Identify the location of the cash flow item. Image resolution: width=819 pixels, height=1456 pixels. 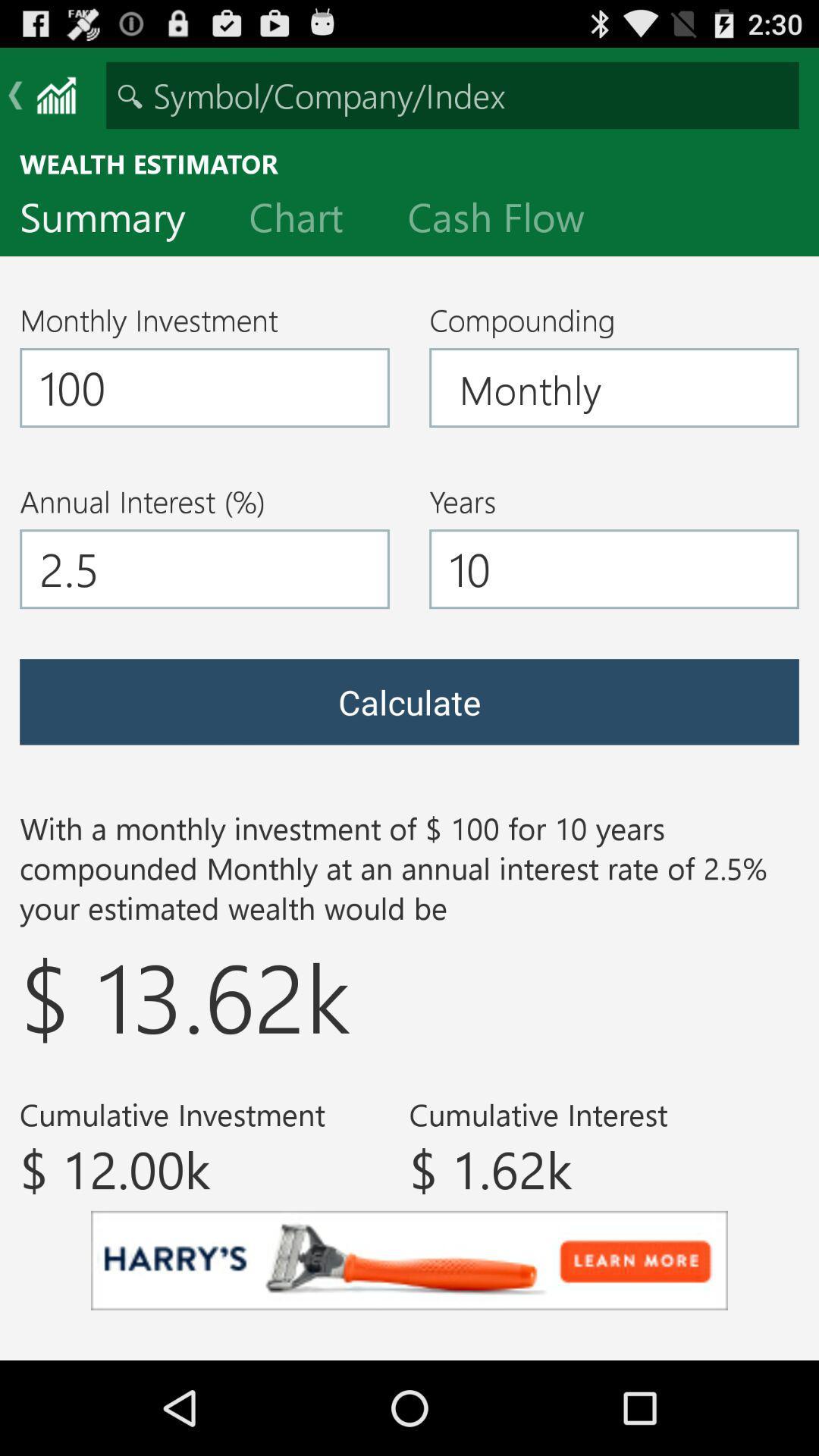
(508, 220).